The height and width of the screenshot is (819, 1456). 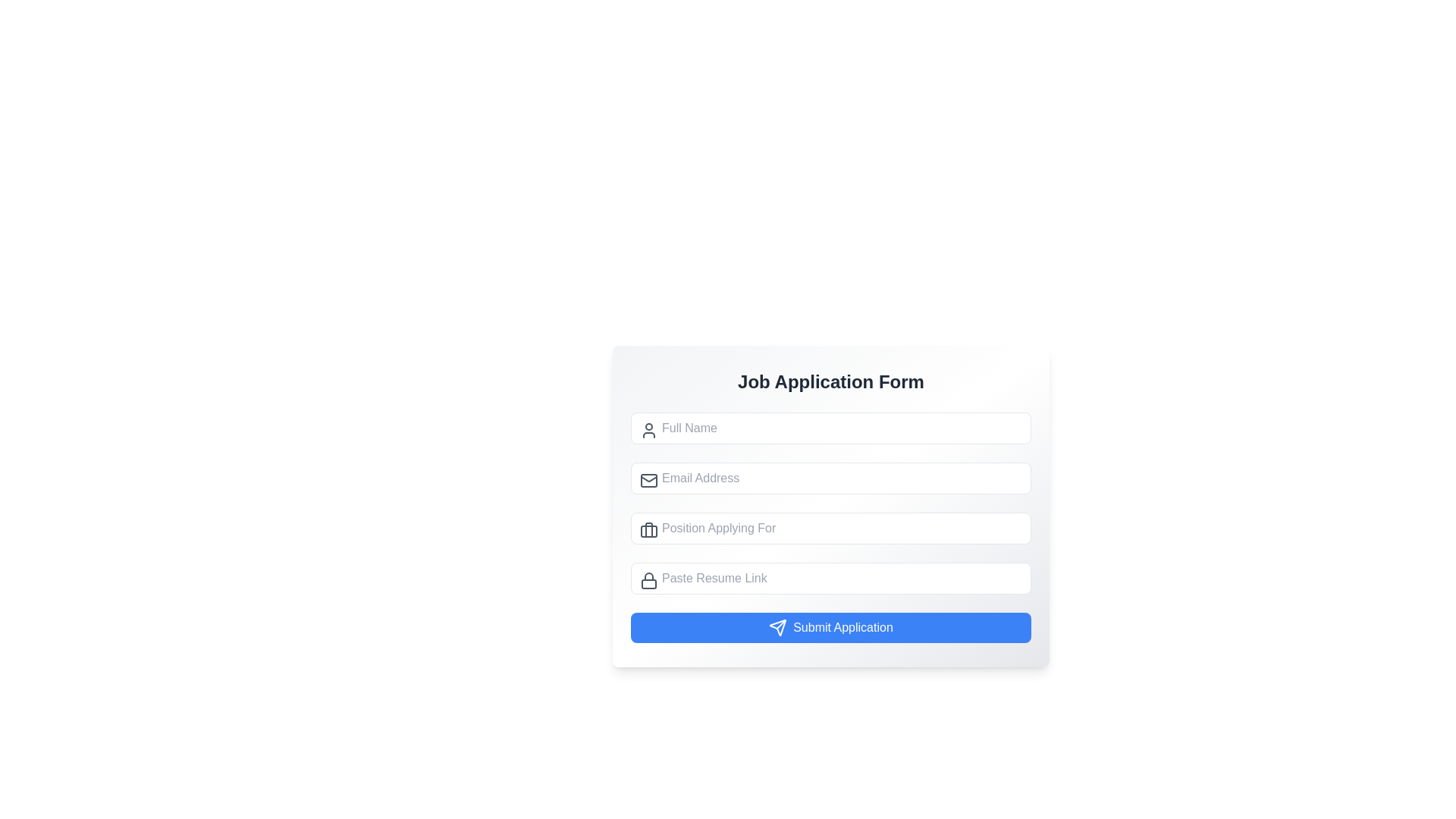 I want to click on the email input field labeled 'Email Address' to focus on it, located below the 'Full Name' field in the 'Job Application Form', so click(x=830, y=479).